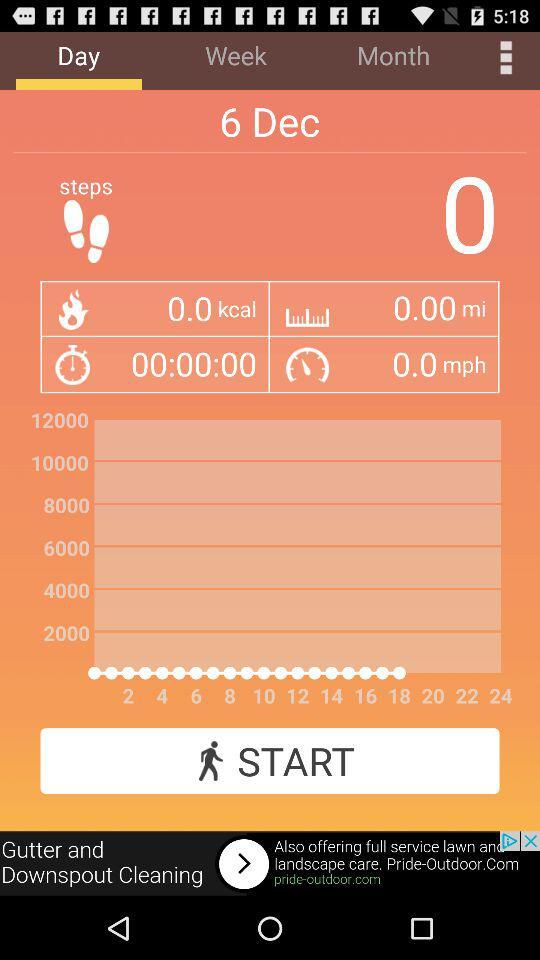 This screenshot has height=960, width=540. I want to click on advertisement, so click(270, 863).